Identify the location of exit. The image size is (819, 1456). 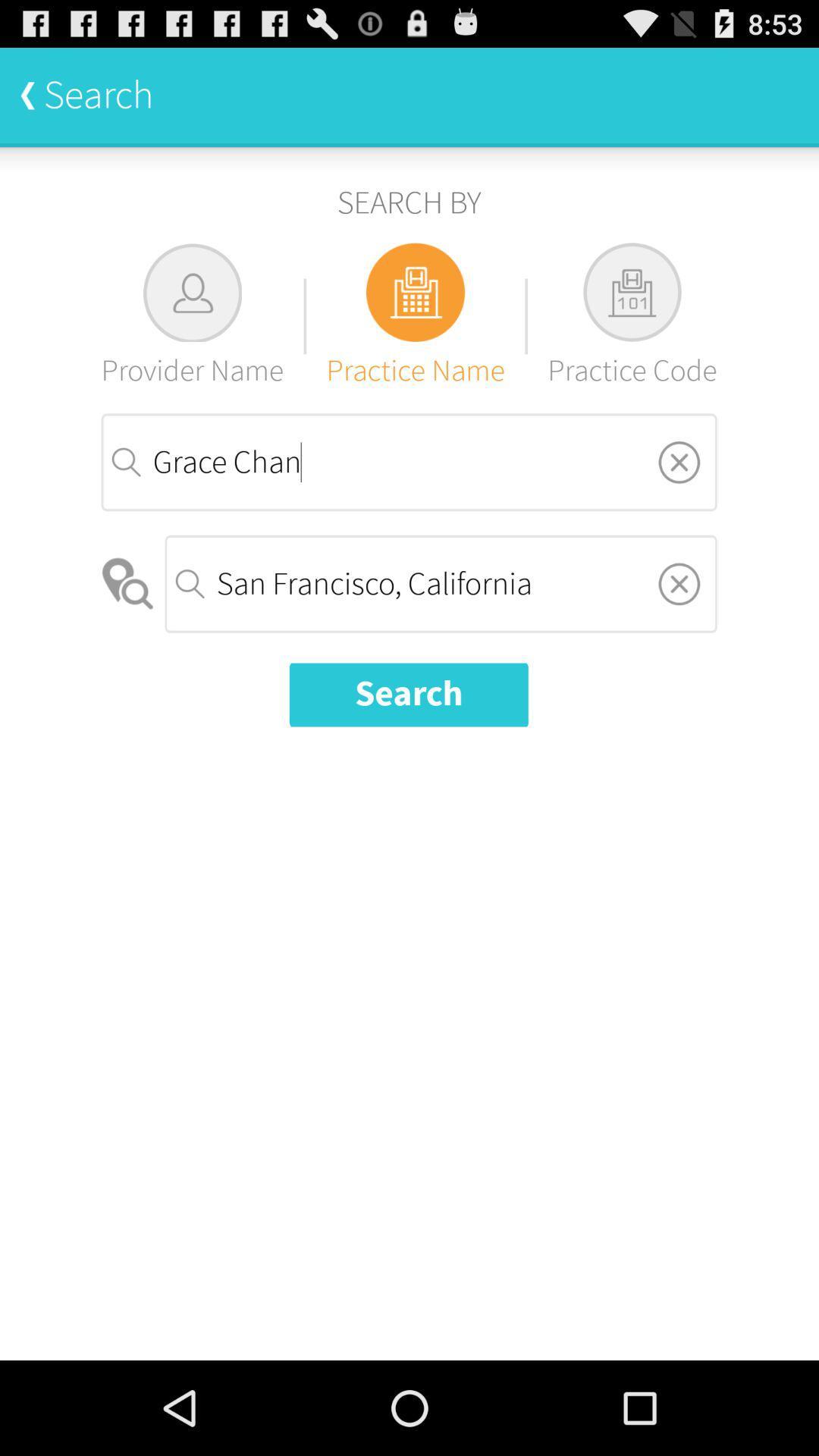
(678, 461).